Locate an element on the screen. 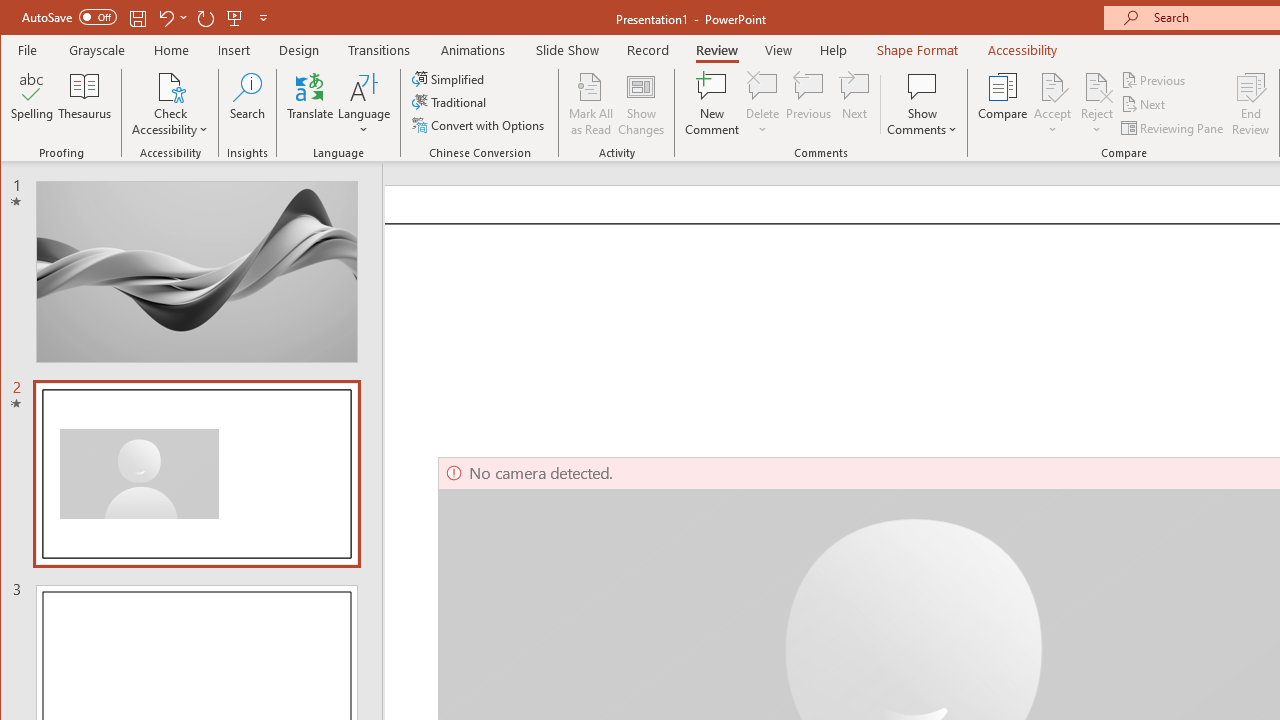  'Convert with Options...' is located at coordinates (480, 125).